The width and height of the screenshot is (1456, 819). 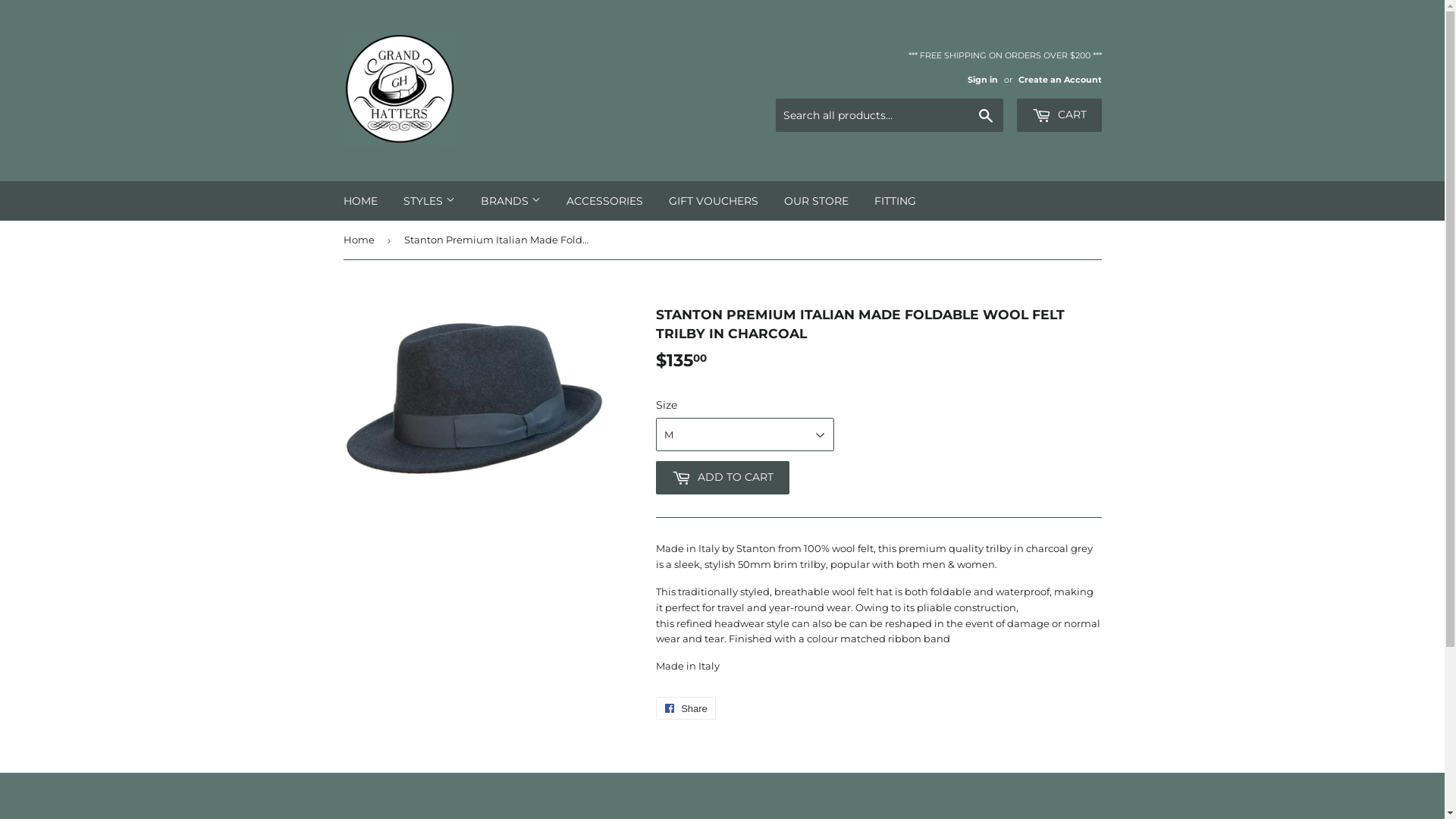 What do you see at coordinates (604, 200) in the screenshot?
I see `'ACCESSORIES'` at bounding box center [604, 200].